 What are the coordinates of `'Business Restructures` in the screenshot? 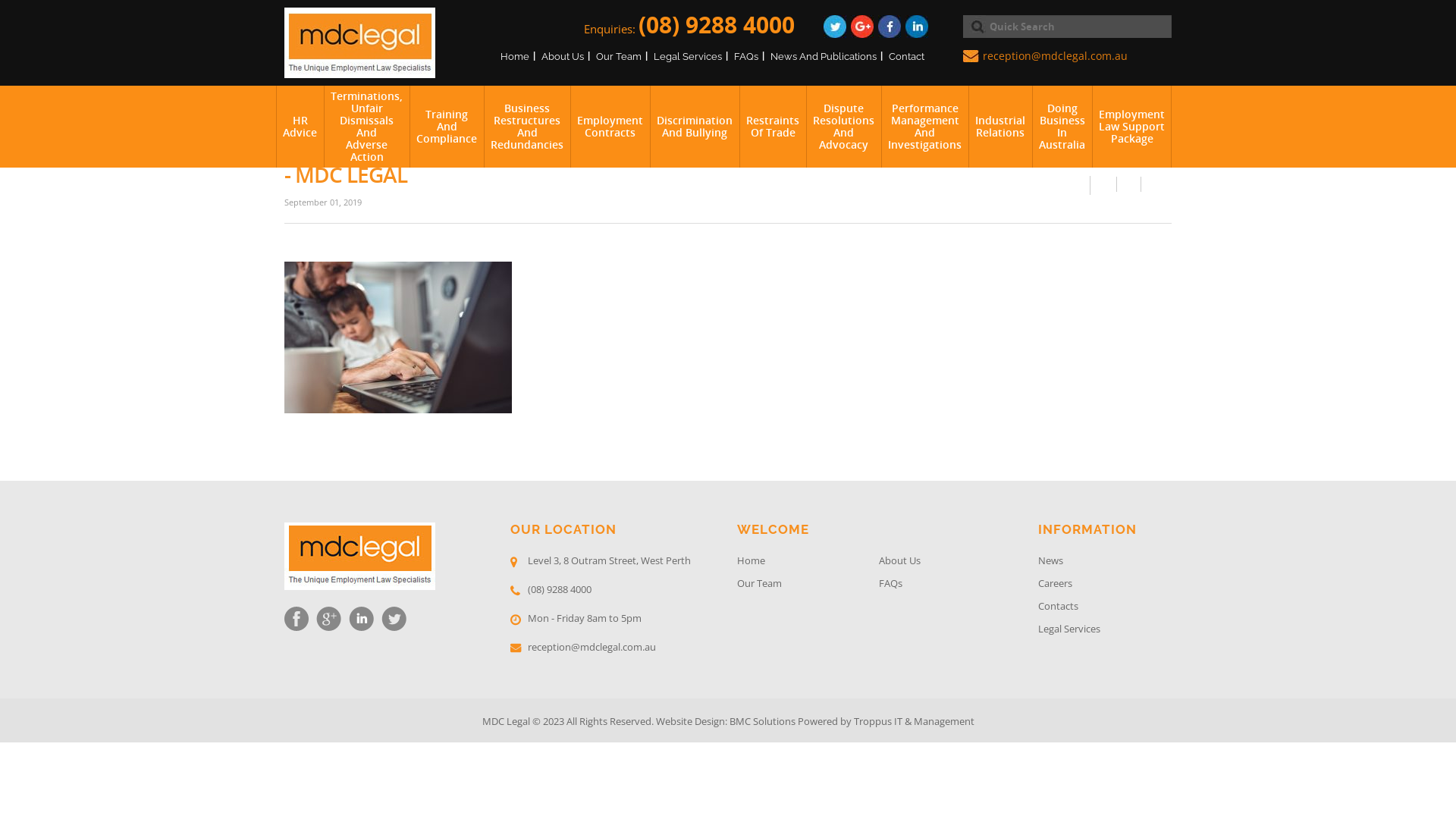 It's located at (527, 125).